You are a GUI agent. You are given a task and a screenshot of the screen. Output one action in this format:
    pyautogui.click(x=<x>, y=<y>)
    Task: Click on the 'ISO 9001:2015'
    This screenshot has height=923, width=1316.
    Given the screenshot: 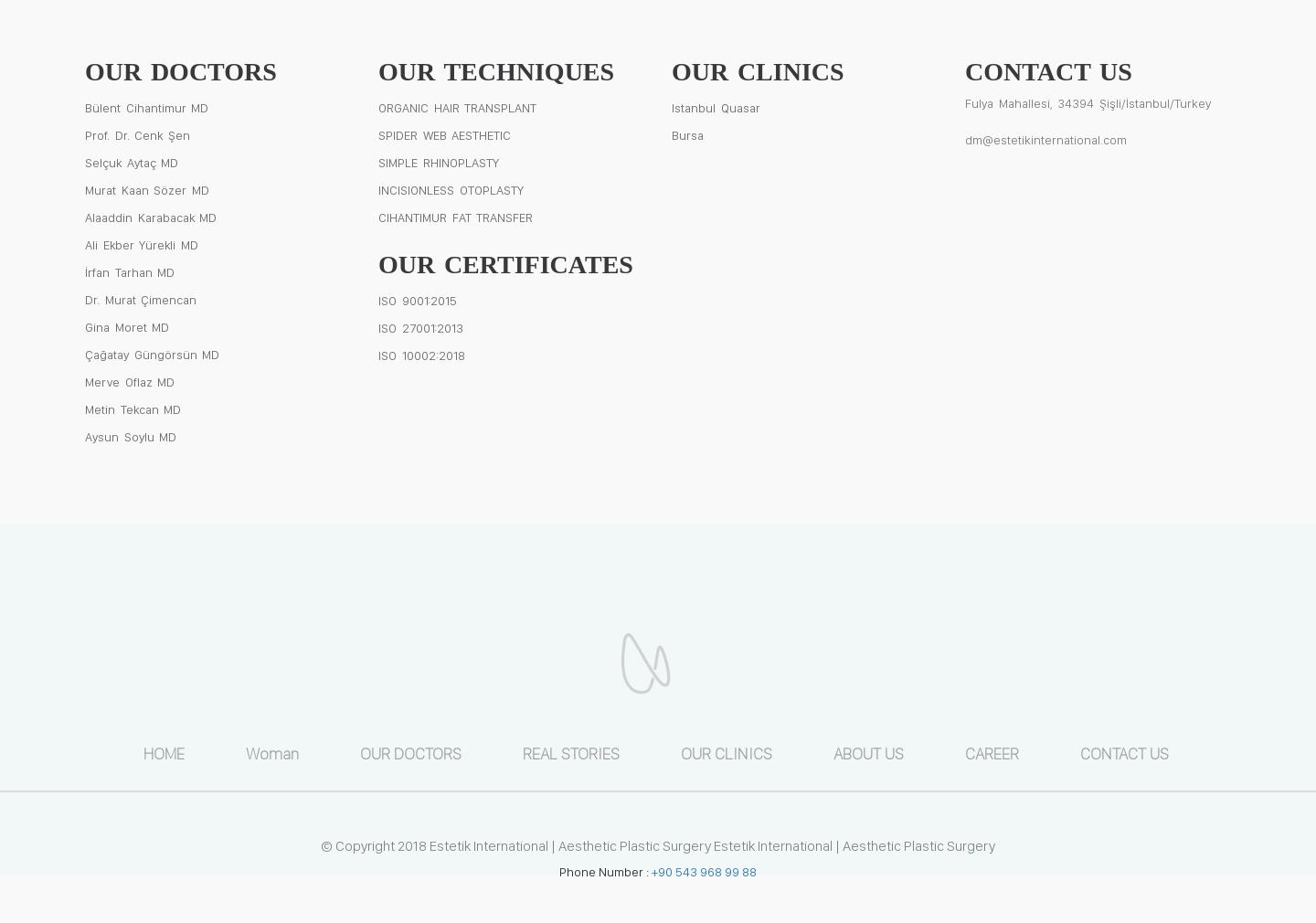 What is the action you would take?
    pyautogui.click(x=417, y=300)
    